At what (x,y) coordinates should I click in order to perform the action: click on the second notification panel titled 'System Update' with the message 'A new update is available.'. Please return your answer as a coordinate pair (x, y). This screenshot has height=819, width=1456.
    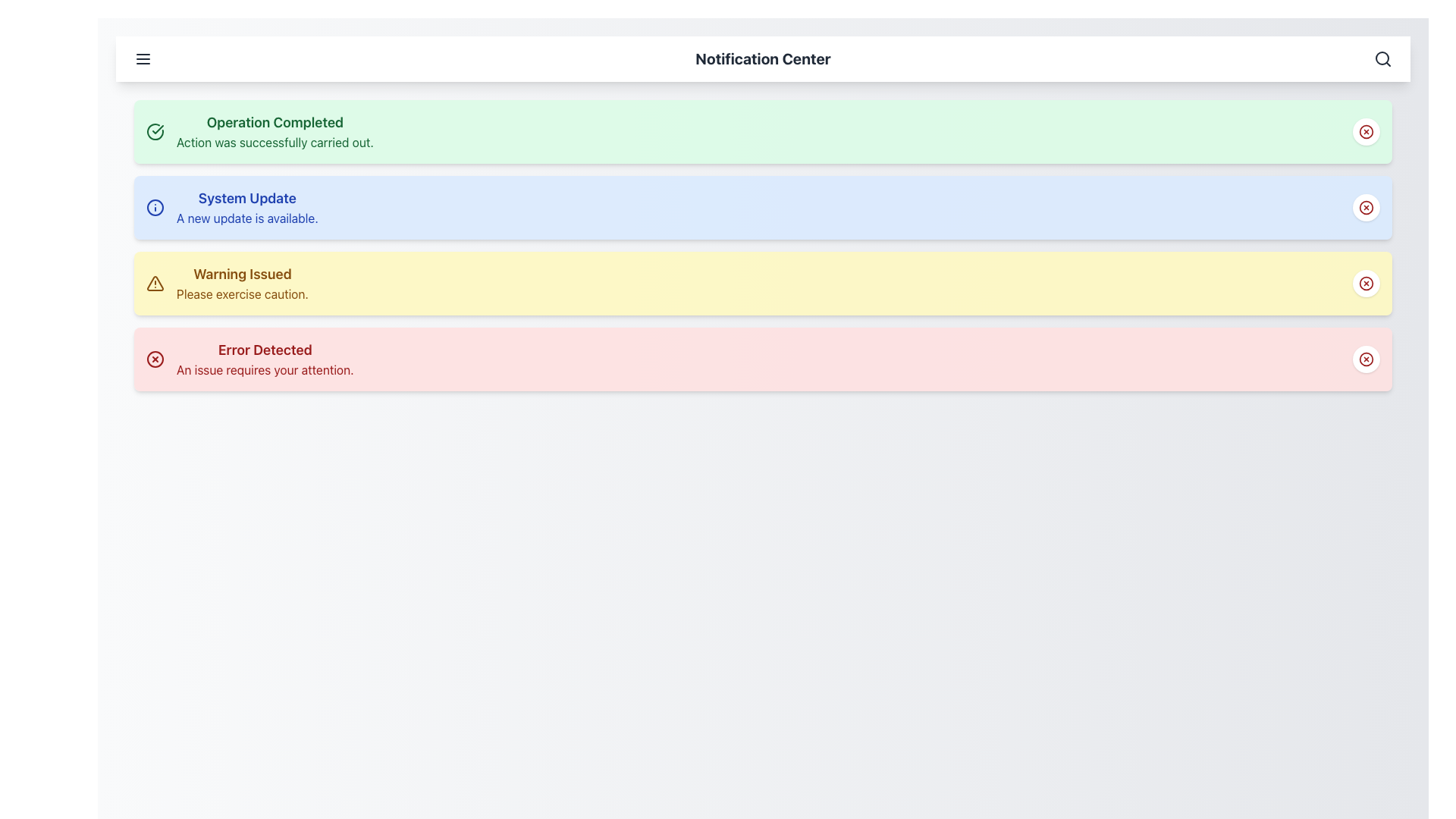
    Looking at the image, I should click on (763, 207).